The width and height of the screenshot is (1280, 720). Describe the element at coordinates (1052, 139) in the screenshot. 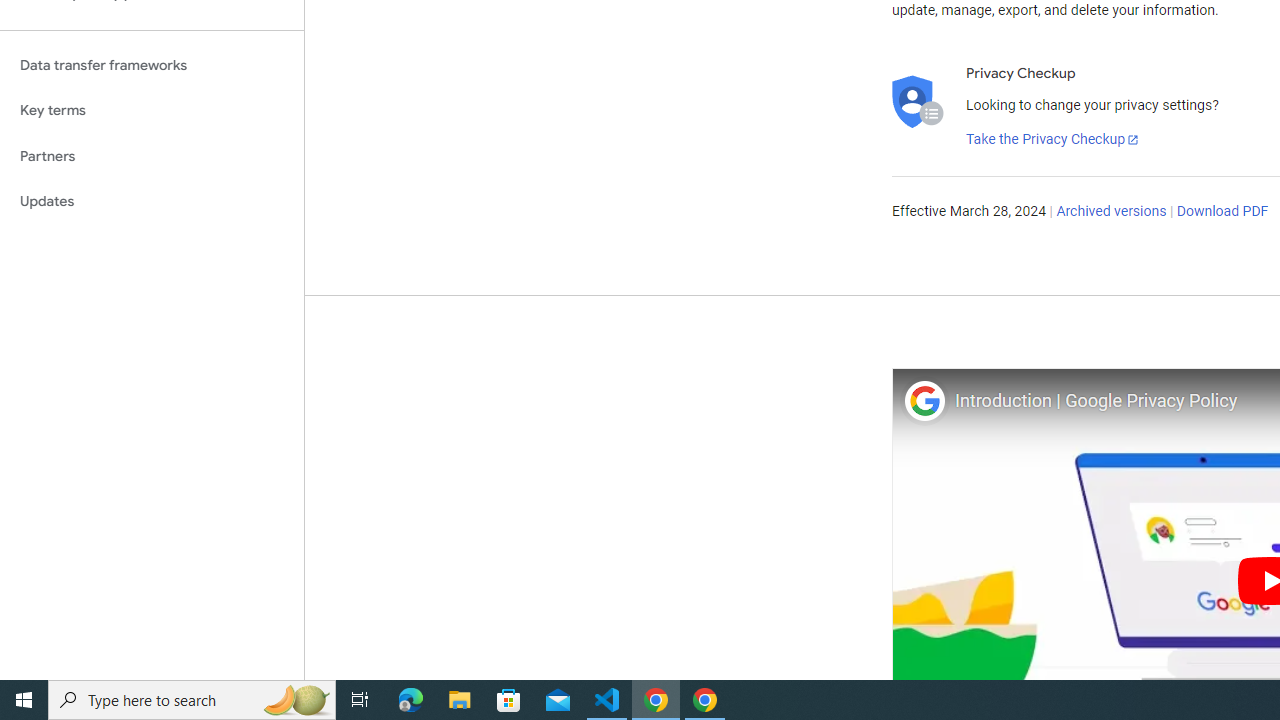

I see `'Take the Privacy Checkup'` at that location.